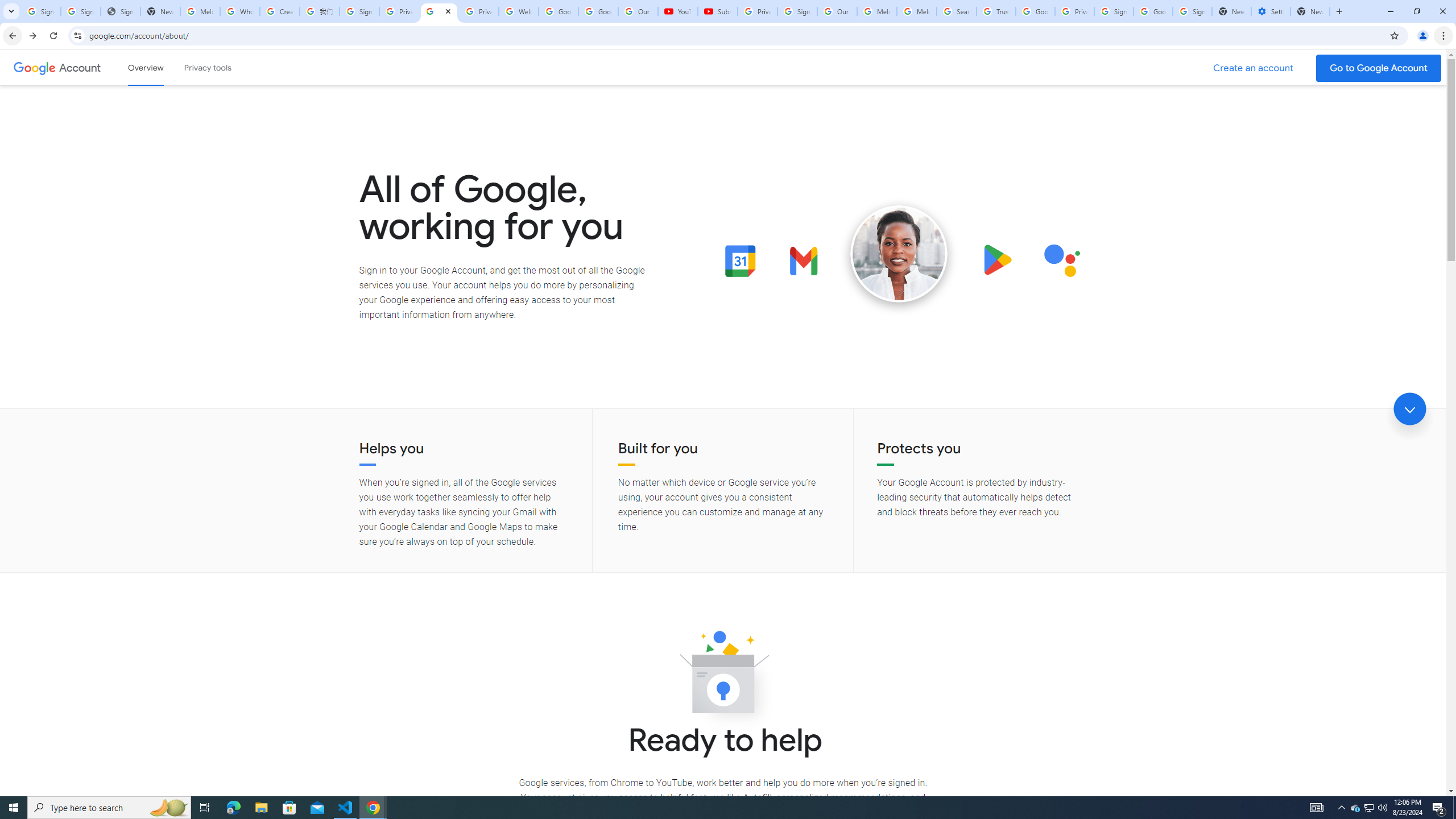 The height and width of the screenshot is (819, 1456). I want to click on 'Google logo', so click(34, 67).